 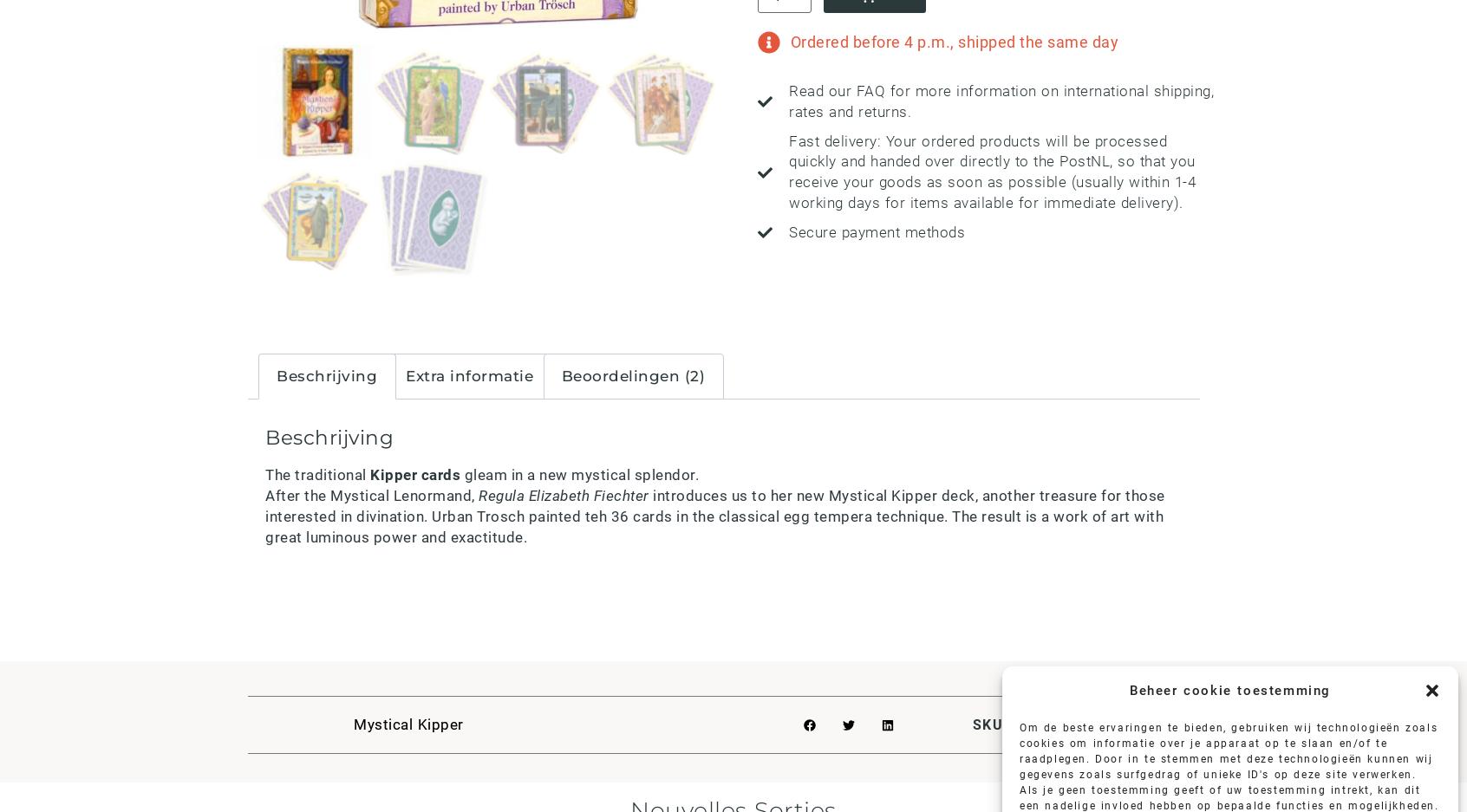 I want to click on 'After the Mystical Lenormand,', so click(x=264, y=496).